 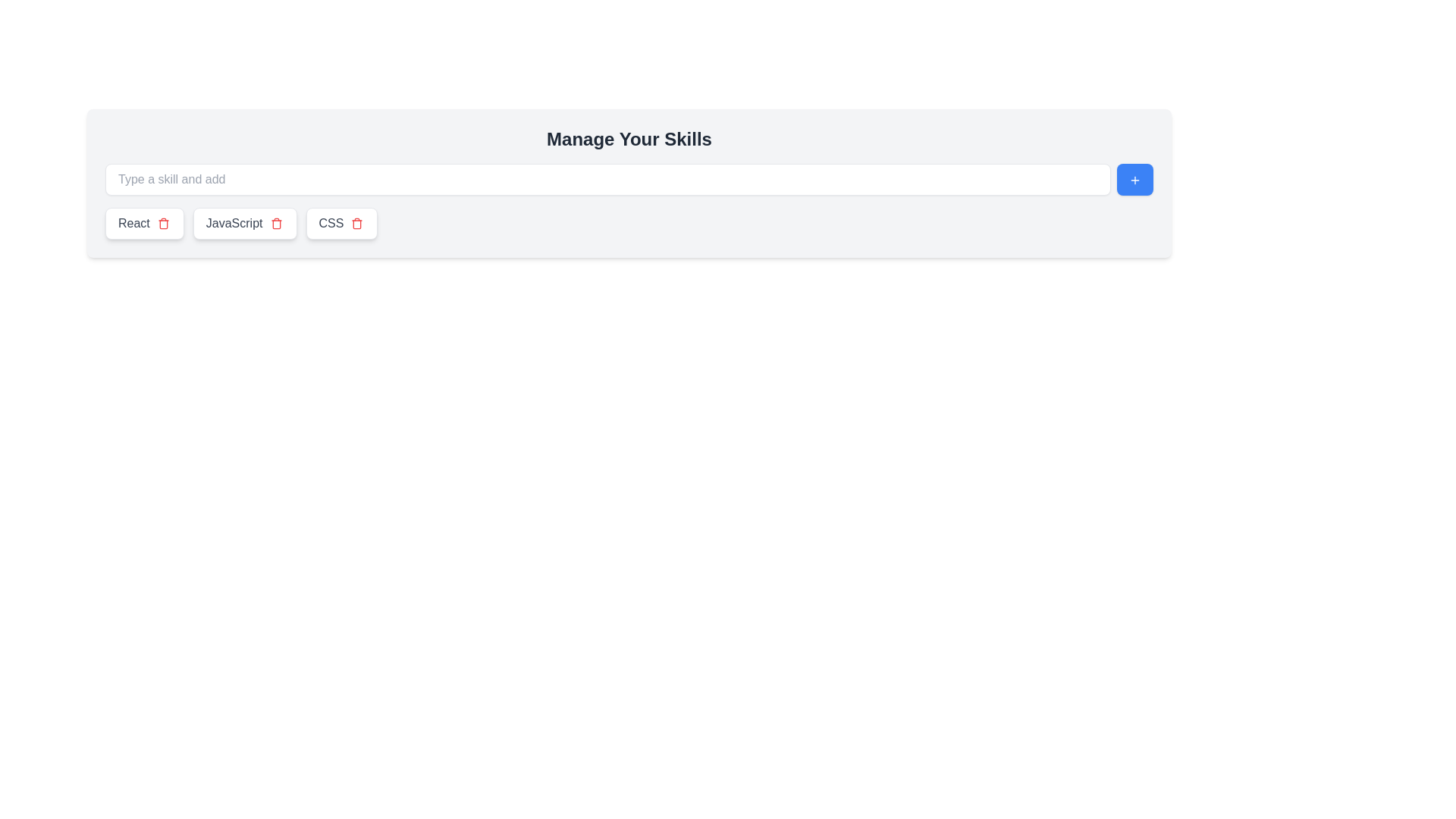 I want to click on delete icon for the skill JavaScript, so click(x=276, y=223).